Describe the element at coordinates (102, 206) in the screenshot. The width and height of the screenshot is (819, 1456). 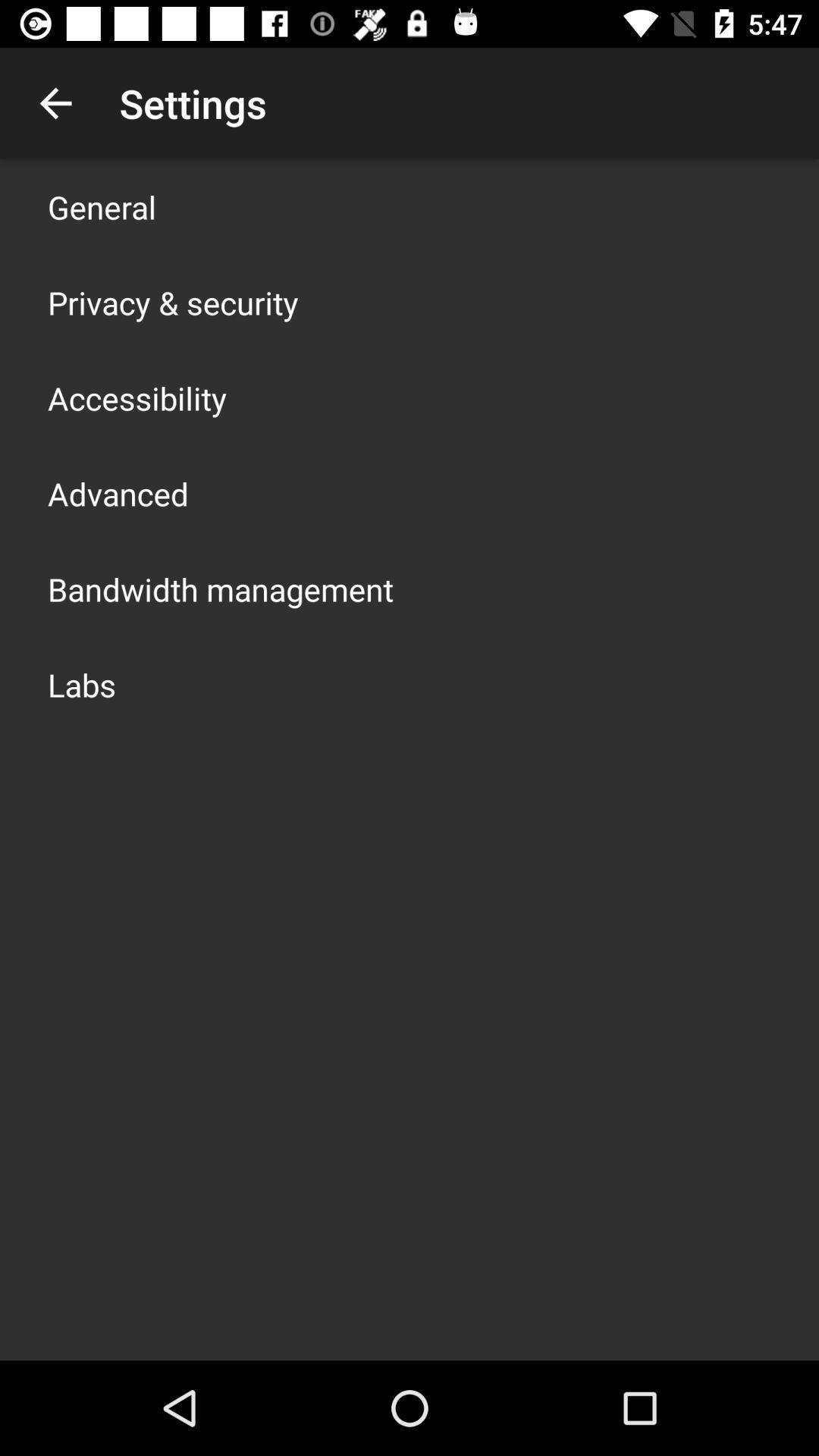
I see `app above privacy & security icon` at that location.